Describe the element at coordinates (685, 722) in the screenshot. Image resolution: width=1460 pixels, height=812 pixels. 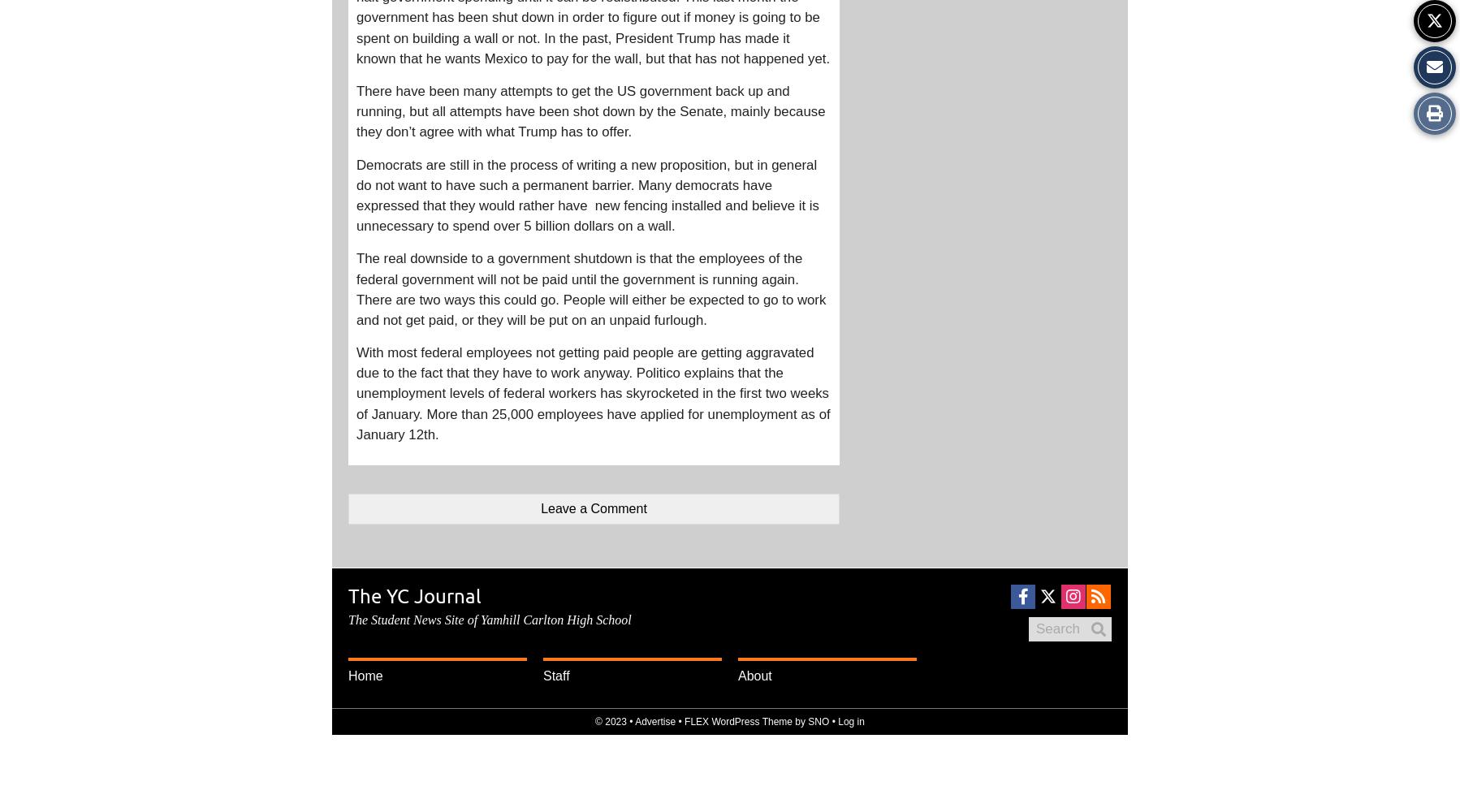
I see `'FLEX WordPress Theme'` at that location.